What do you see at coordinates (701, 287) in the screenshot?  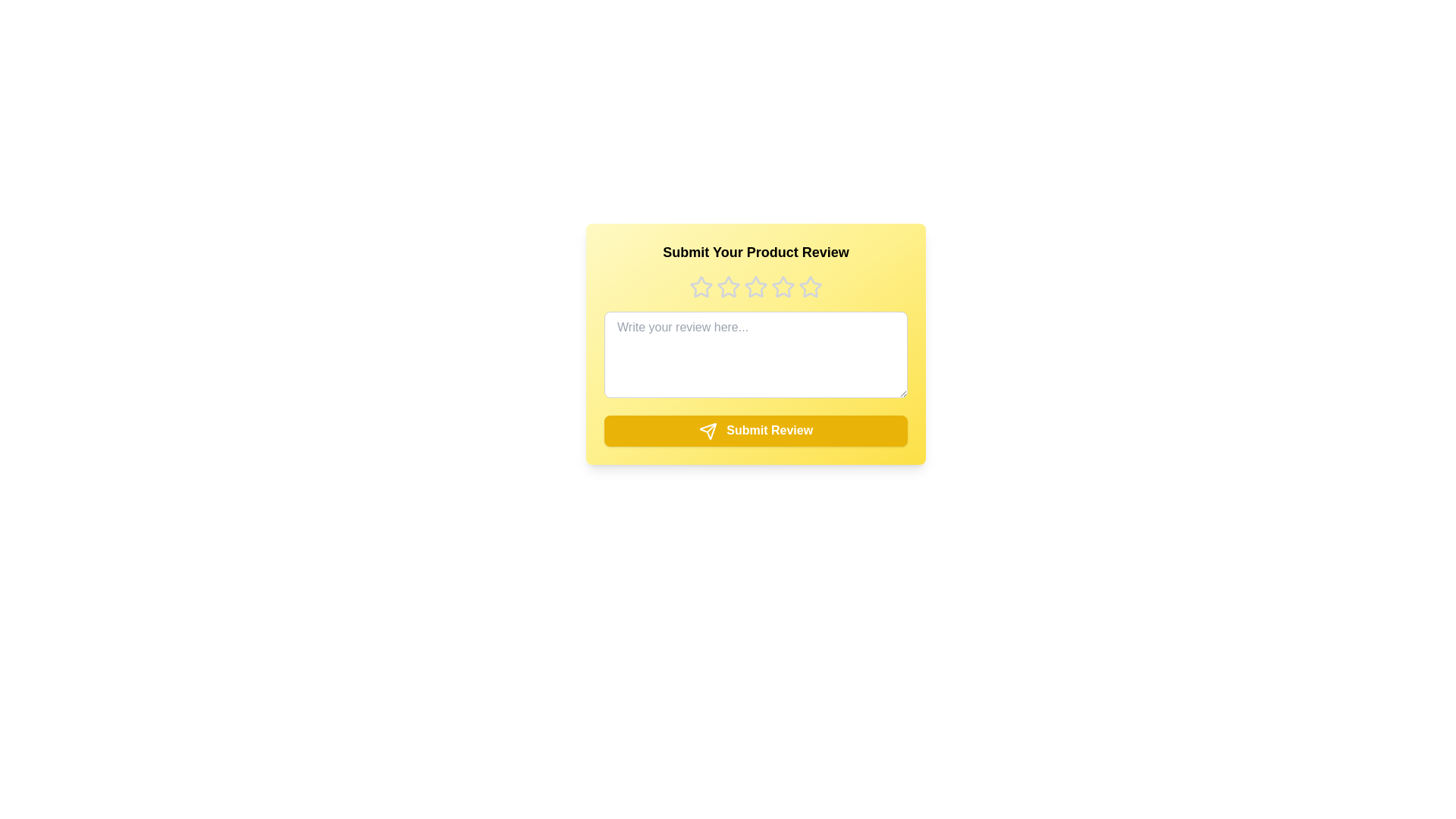 I see `the first star icon in the five-star rating system to indicate selection, located below the 'Submit Your Product Review' heading` at bounding box center [701, 287].